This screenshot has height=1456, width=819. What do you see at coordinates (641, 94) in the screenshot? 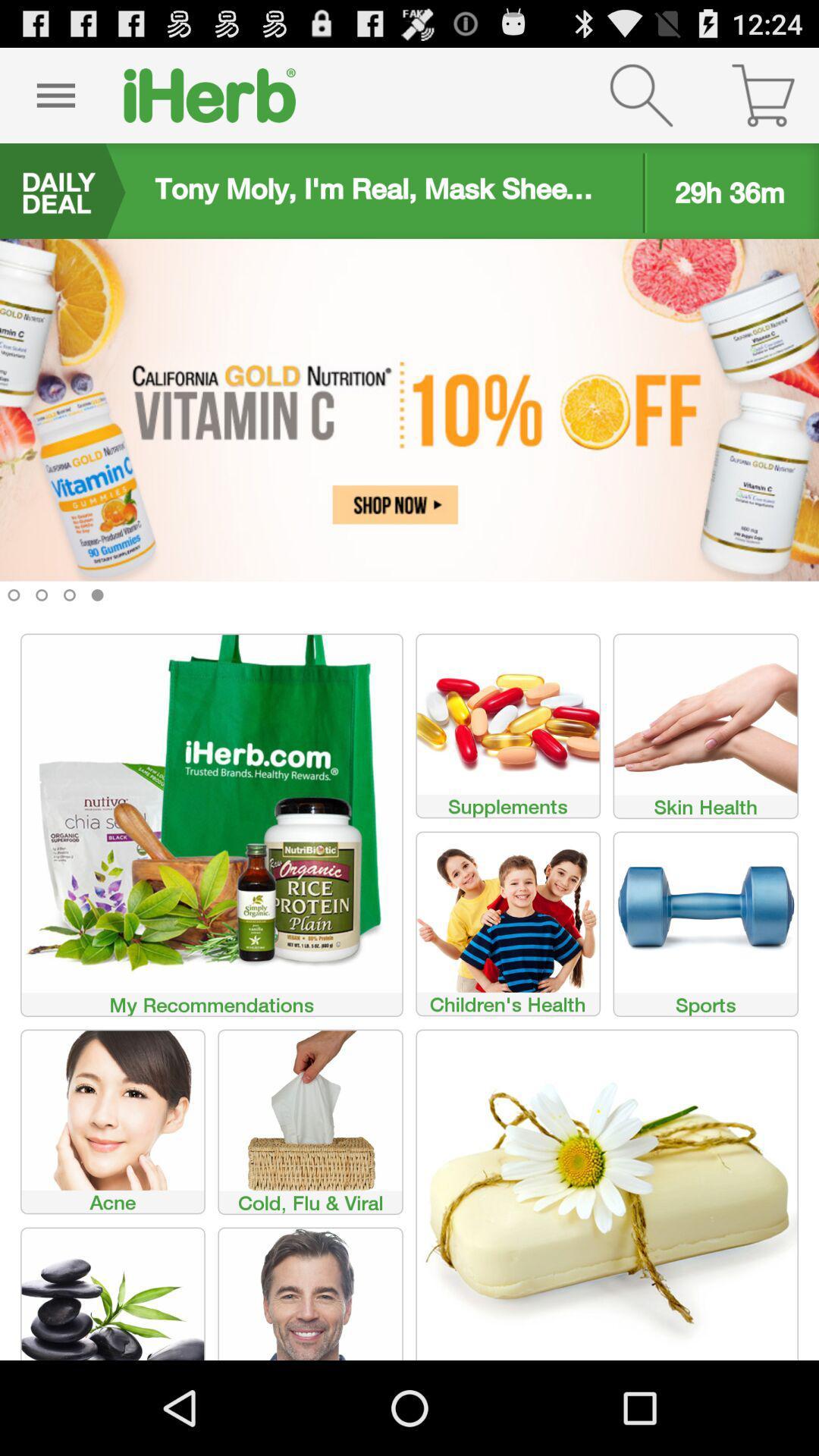
I see `search` at bounding box center [641, 94].